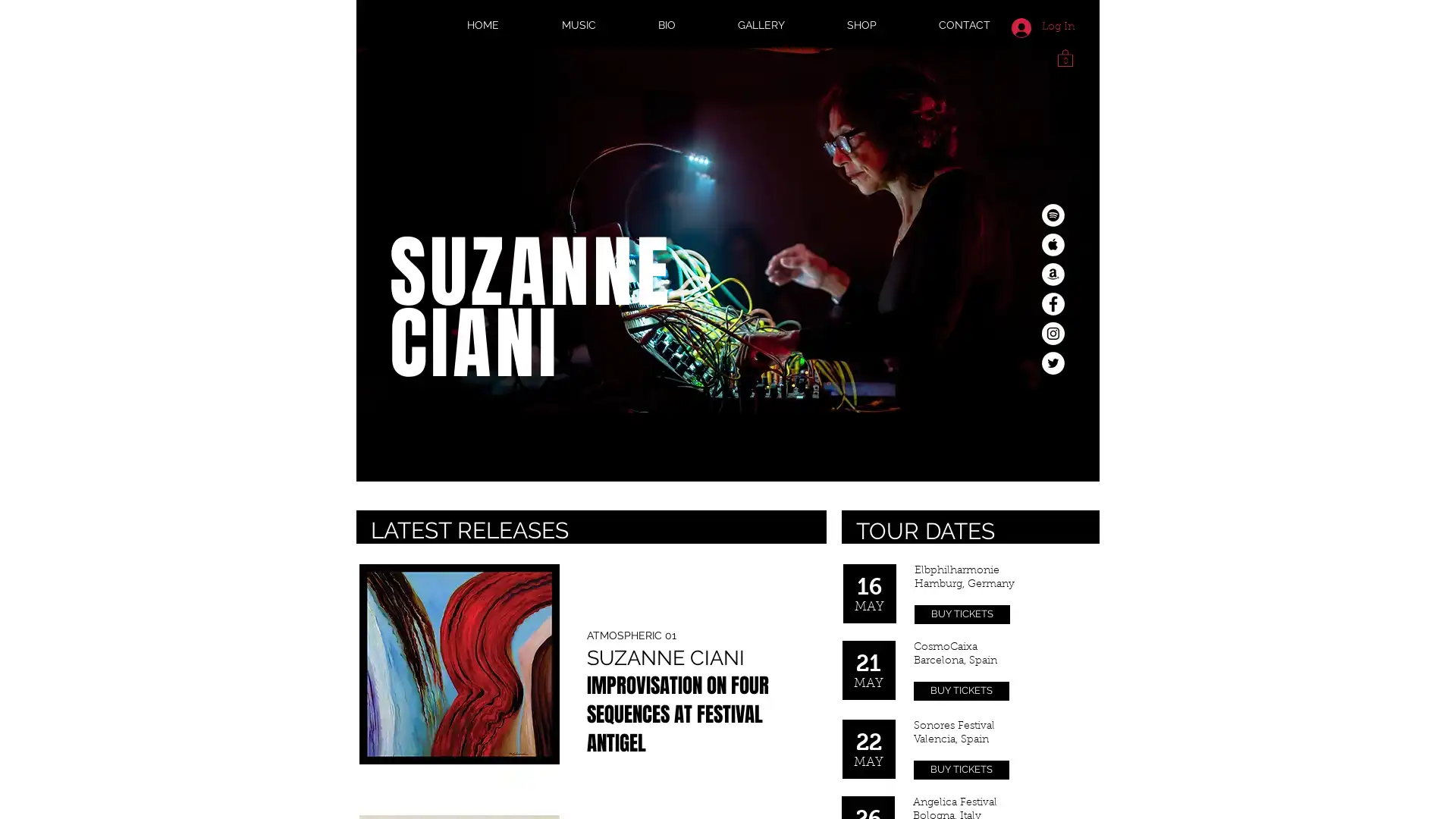 Image resolution: width=1456 pixels, height=819 pixels. I want to click on Log In, so click(1042, 27).